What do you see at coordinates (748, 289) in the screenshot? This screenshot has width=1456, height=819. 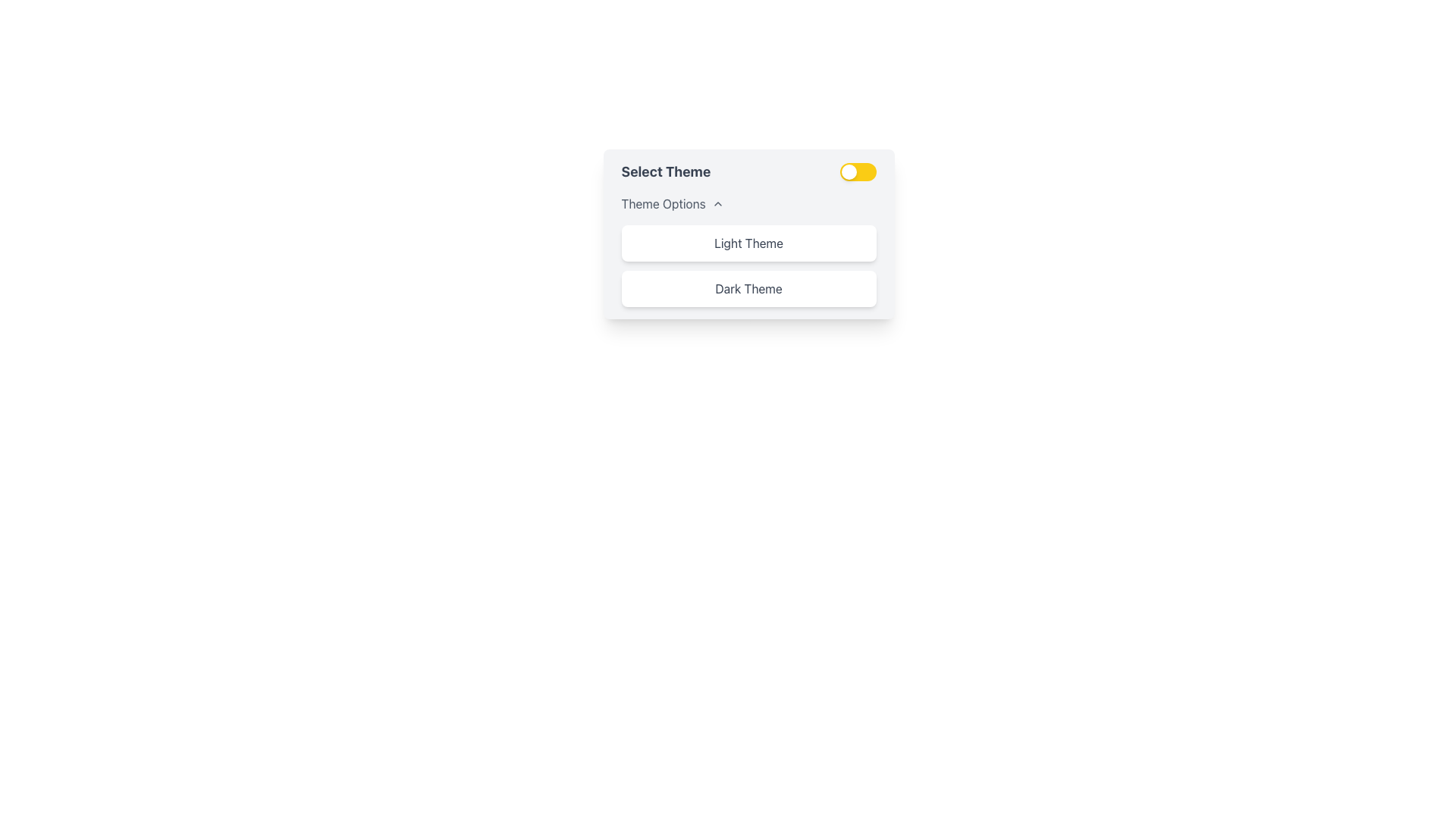 I see `the 'Dark Theme' button, which is a rectangular button with rounded edges, white background, and black text, located in the 'Theme Options' menu below the 'Light Theme' button` at bounding box center [748, 289].